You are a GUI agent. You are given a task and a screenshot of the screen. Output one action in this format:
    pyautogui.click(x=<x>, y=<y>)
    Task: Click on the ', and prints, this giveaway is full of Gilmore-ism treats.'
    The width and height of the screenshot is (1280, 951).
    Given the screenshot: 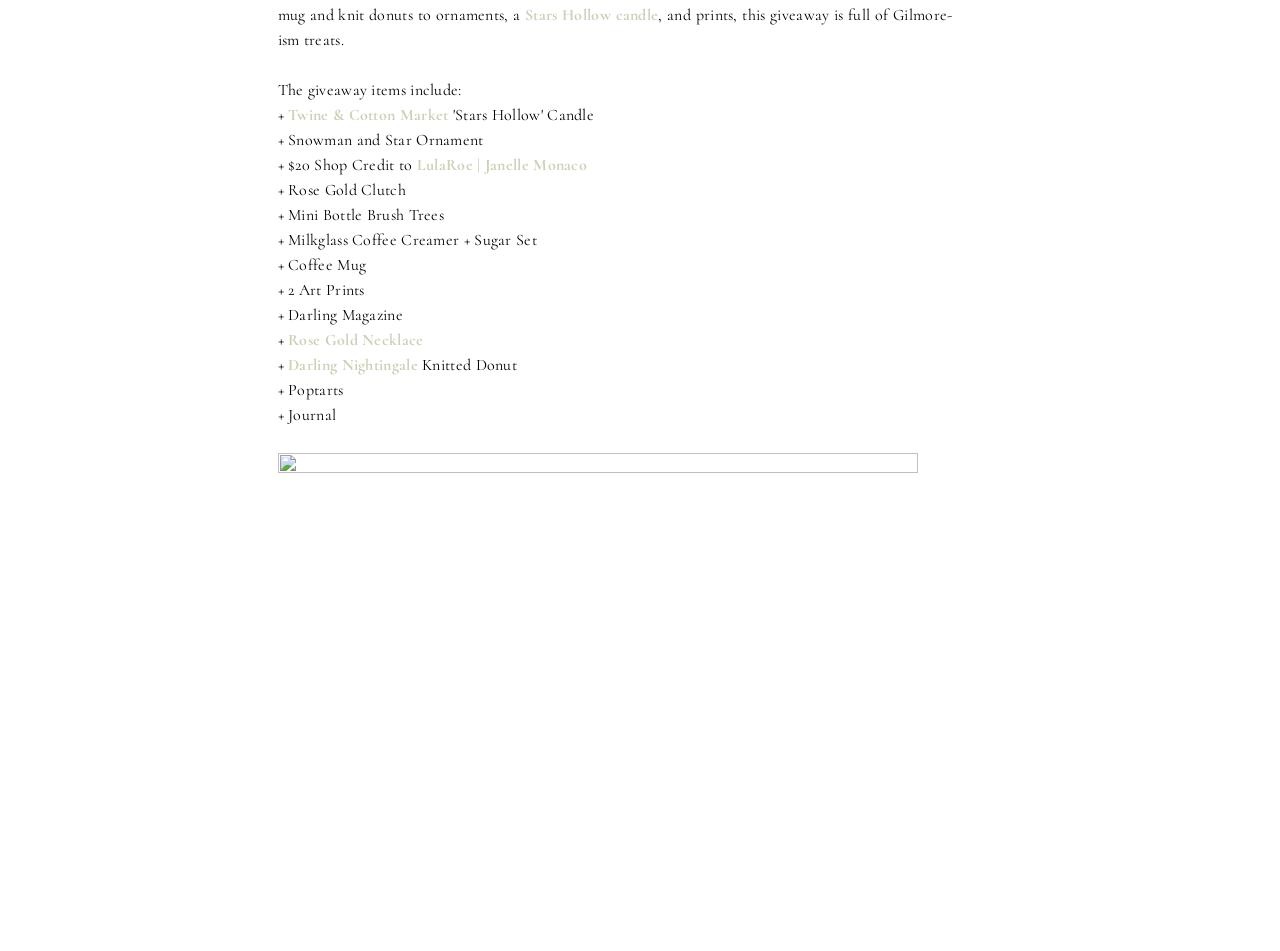 What is the action you would take?
    pyautogui.click(x=613, y=26)
    